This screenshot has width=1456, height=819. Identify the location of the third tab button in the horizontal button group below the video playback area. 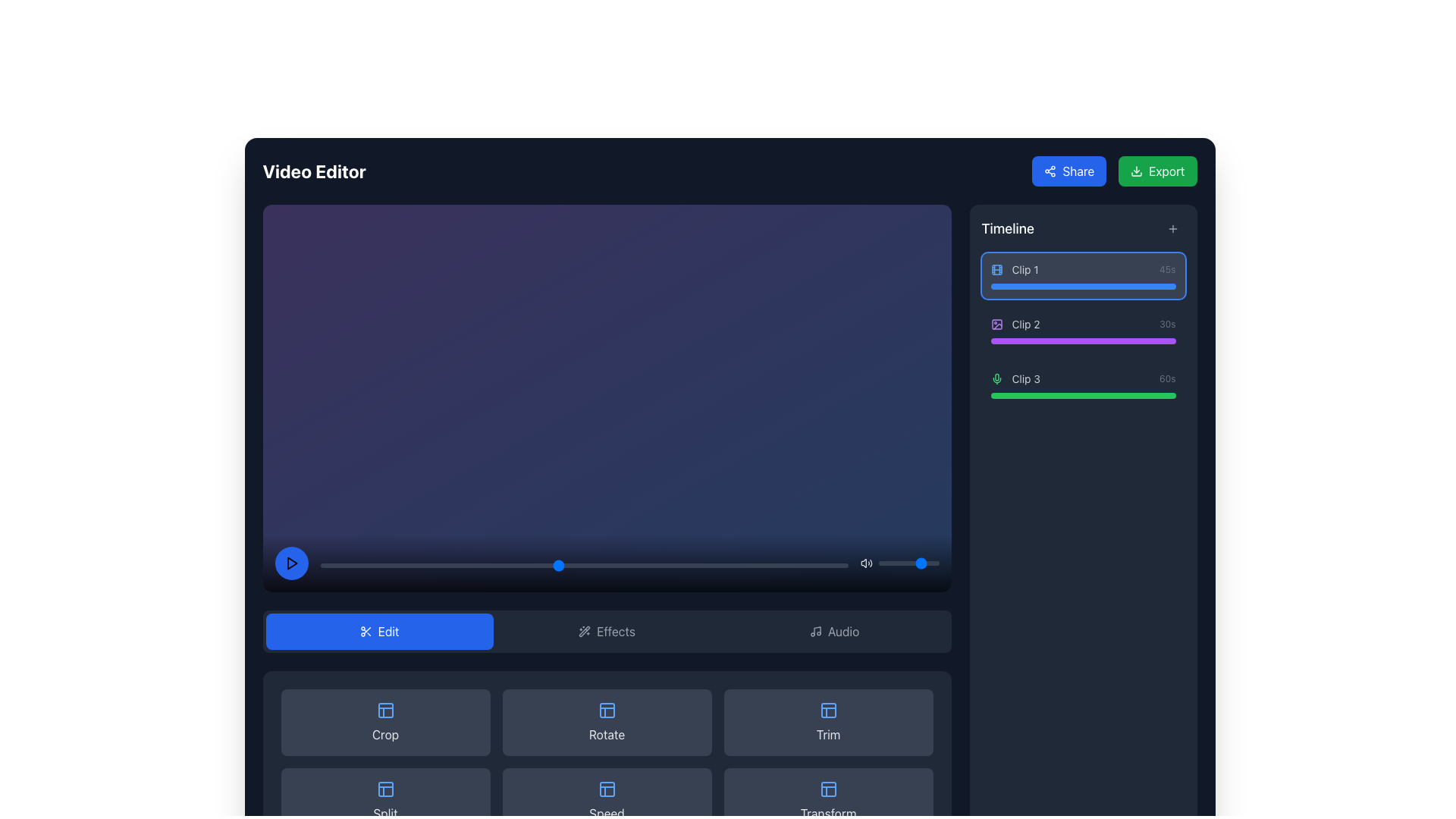
(833, 631).